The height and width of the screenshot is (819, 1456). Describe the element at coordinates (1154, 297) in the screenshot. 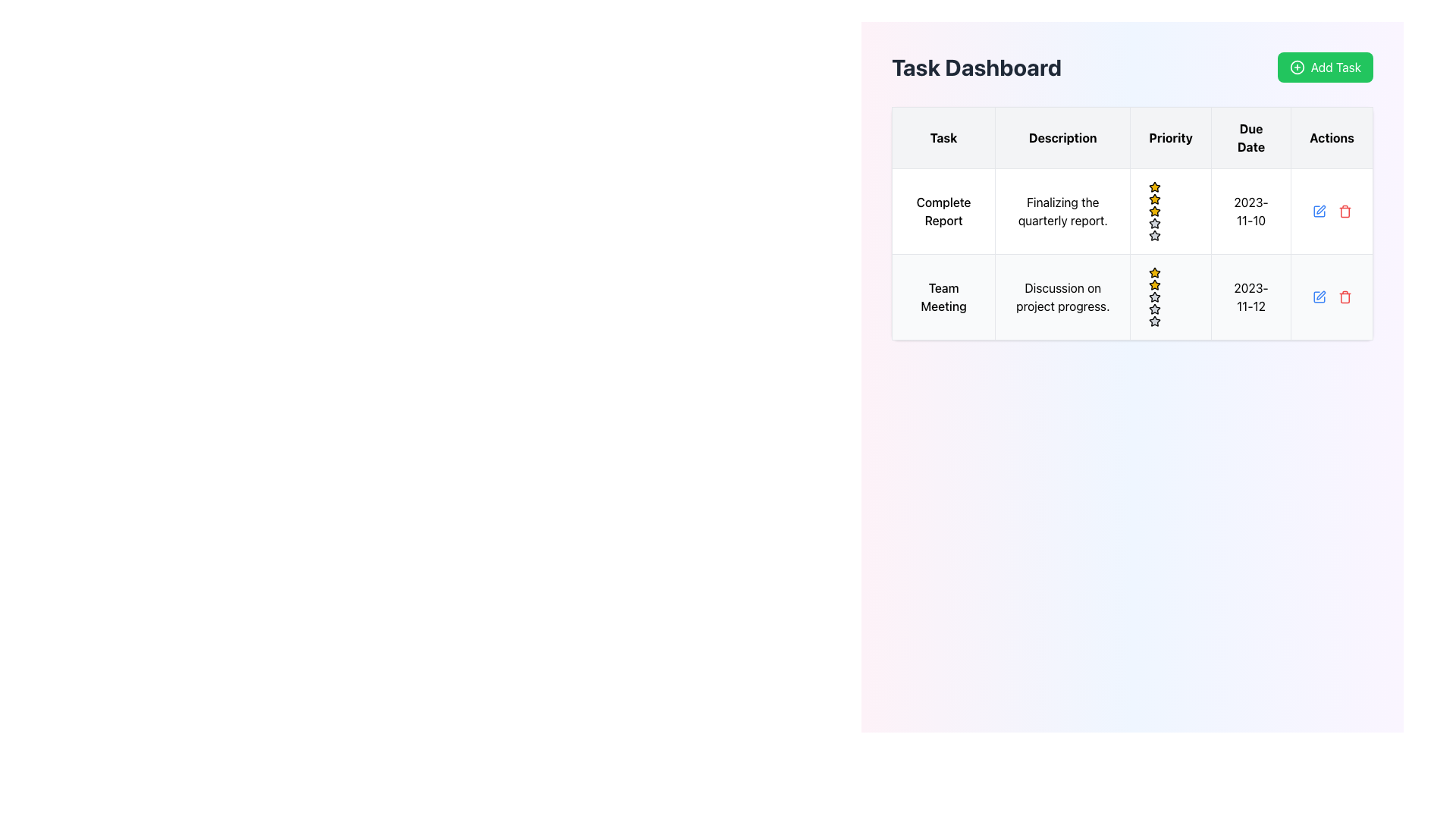

I see `the fifth star in the set of rating stars under the 'Priority' column for the 'Team Meeting' row, which is represented by a gray outlined star with a white interior` at that location.